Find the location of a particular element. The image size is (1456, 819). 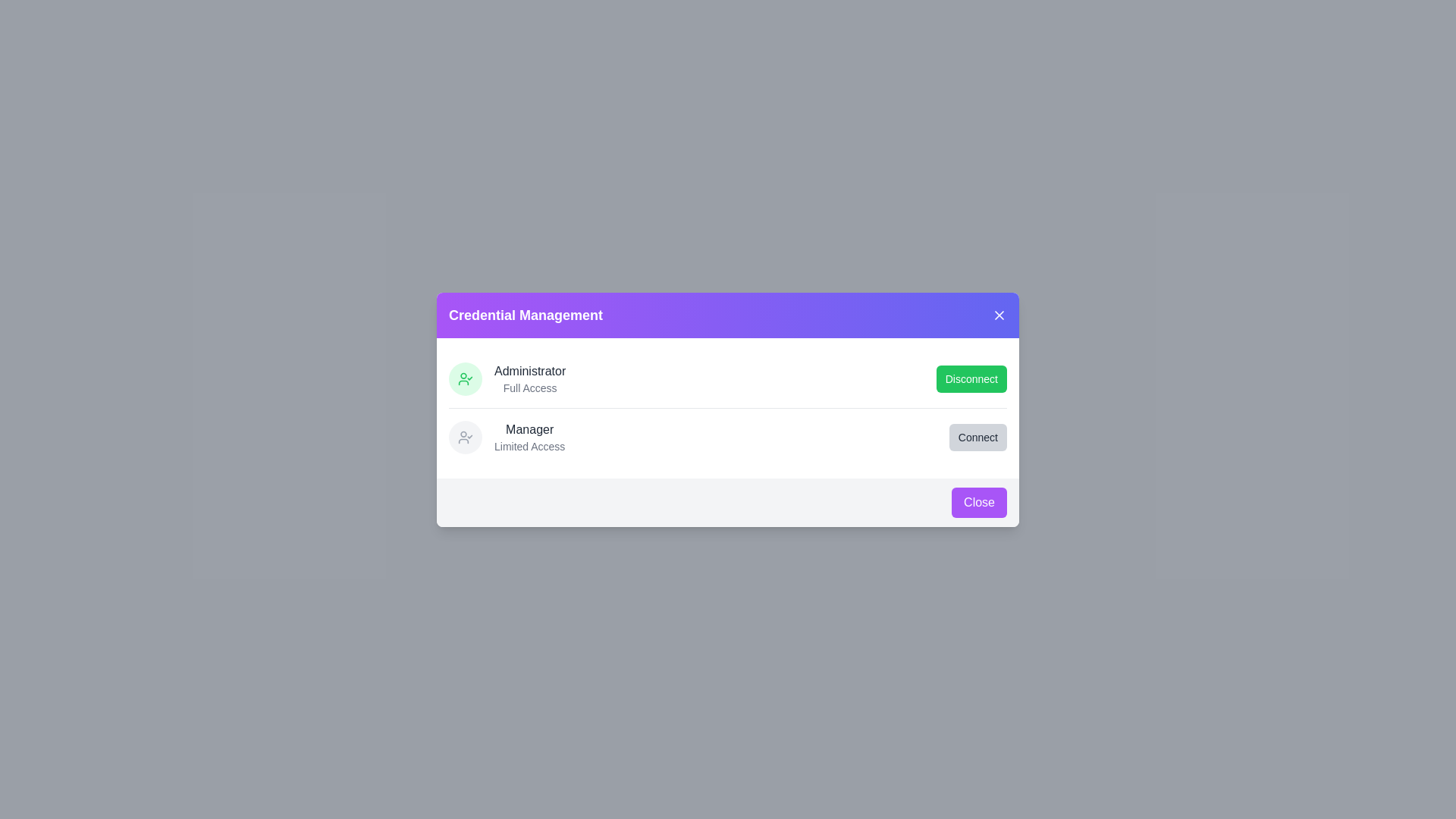

the displayed information of the Informational list item component titled 'Manager' with the subtitle 'Limited Access', which is located in the middle of the list, below the 'Administrator' entry and above the 'Connect' button is located at coordinates (507, 437).